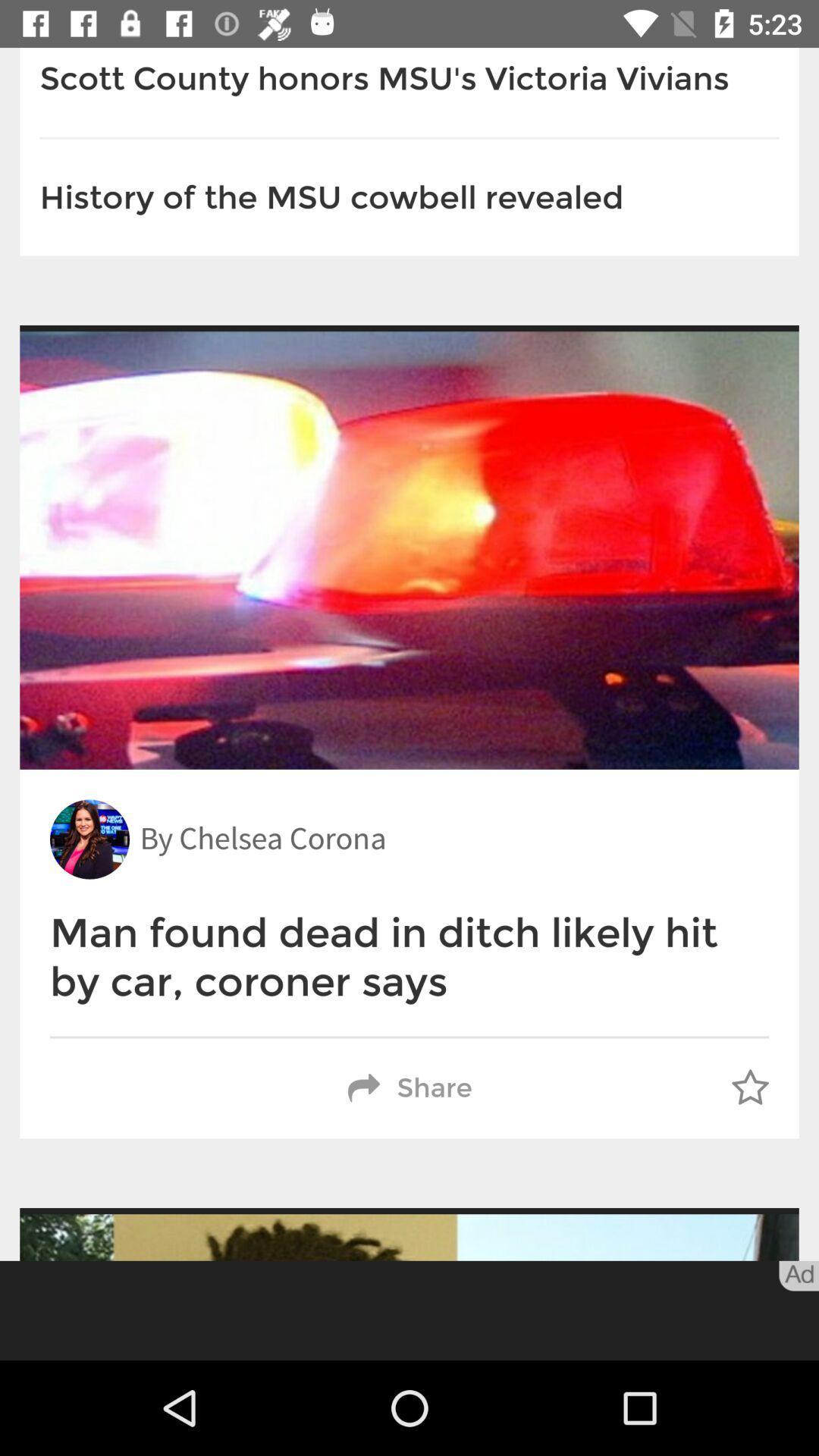 The image size is (819, 1456). I want to click on the item next to share, so click(749, 1087).